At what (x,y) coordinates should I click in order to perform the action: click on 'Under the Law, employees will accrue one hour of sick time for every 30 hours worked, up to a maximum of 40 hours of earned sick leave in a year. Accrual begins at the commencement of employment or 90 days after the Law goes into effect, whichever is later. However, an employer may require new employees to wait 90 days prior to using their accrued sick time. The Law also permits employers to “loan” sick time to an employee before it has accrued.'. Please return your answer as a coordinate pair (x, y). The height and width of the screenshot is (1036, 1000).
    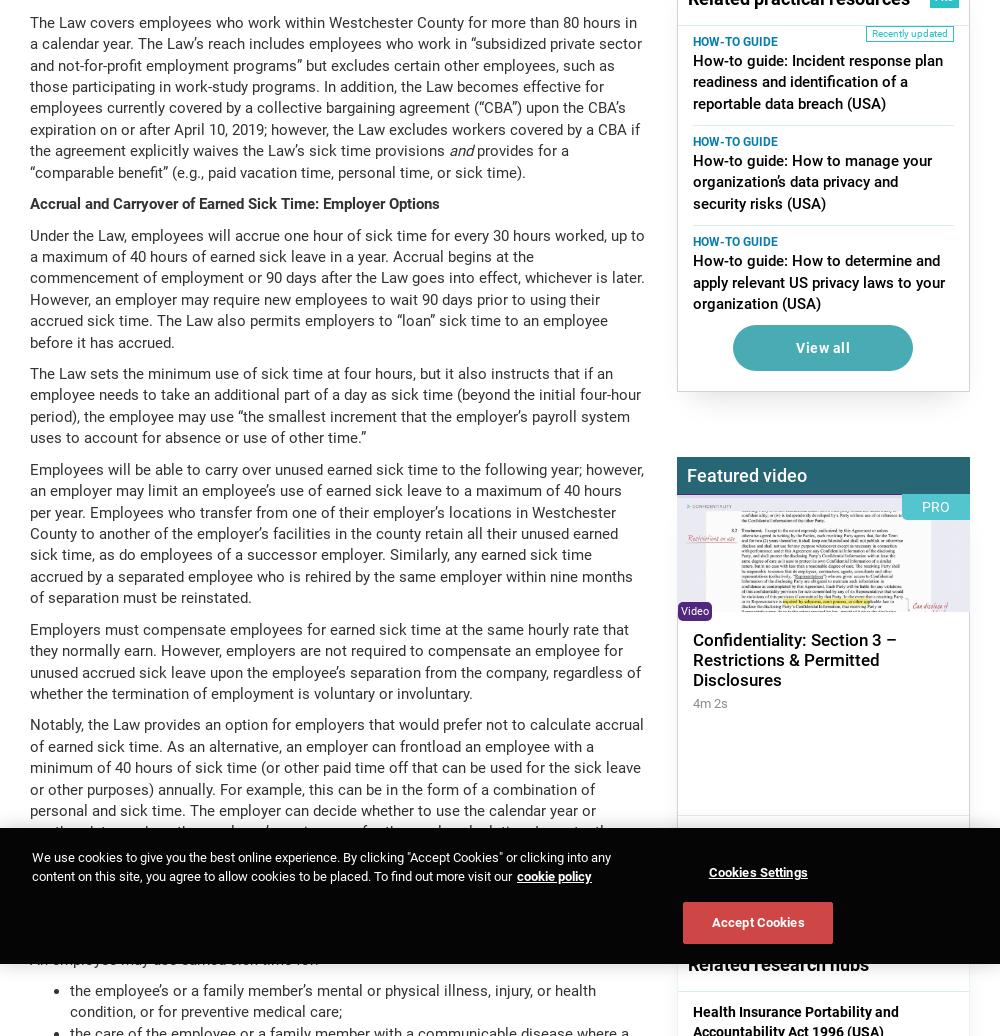
    Looking at the image, I should click on (336, 288).